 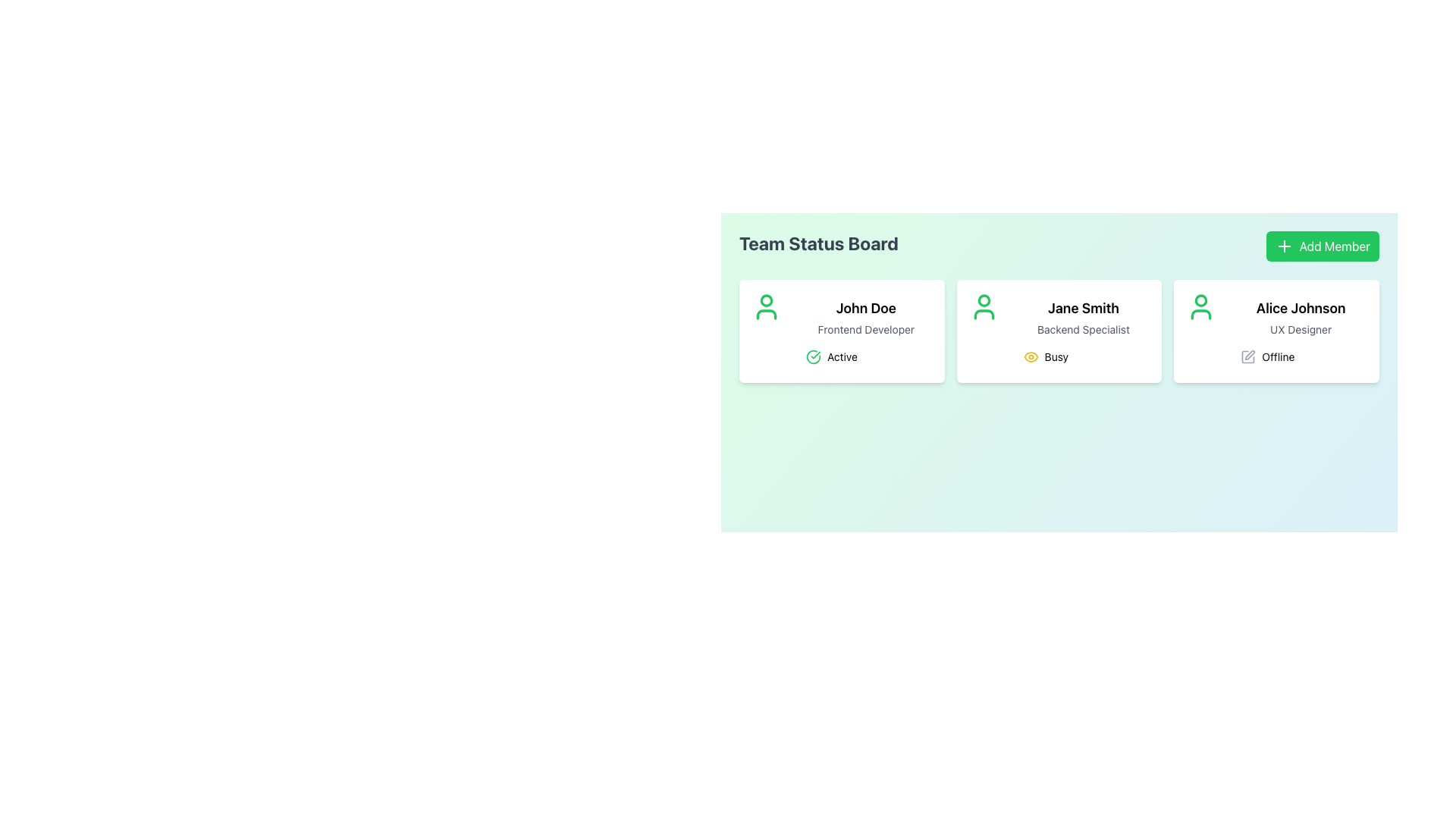 I want to click on user's avatar graphic represented by the SVG circle on the status board using a developer tool, so click(x=767, y=300).